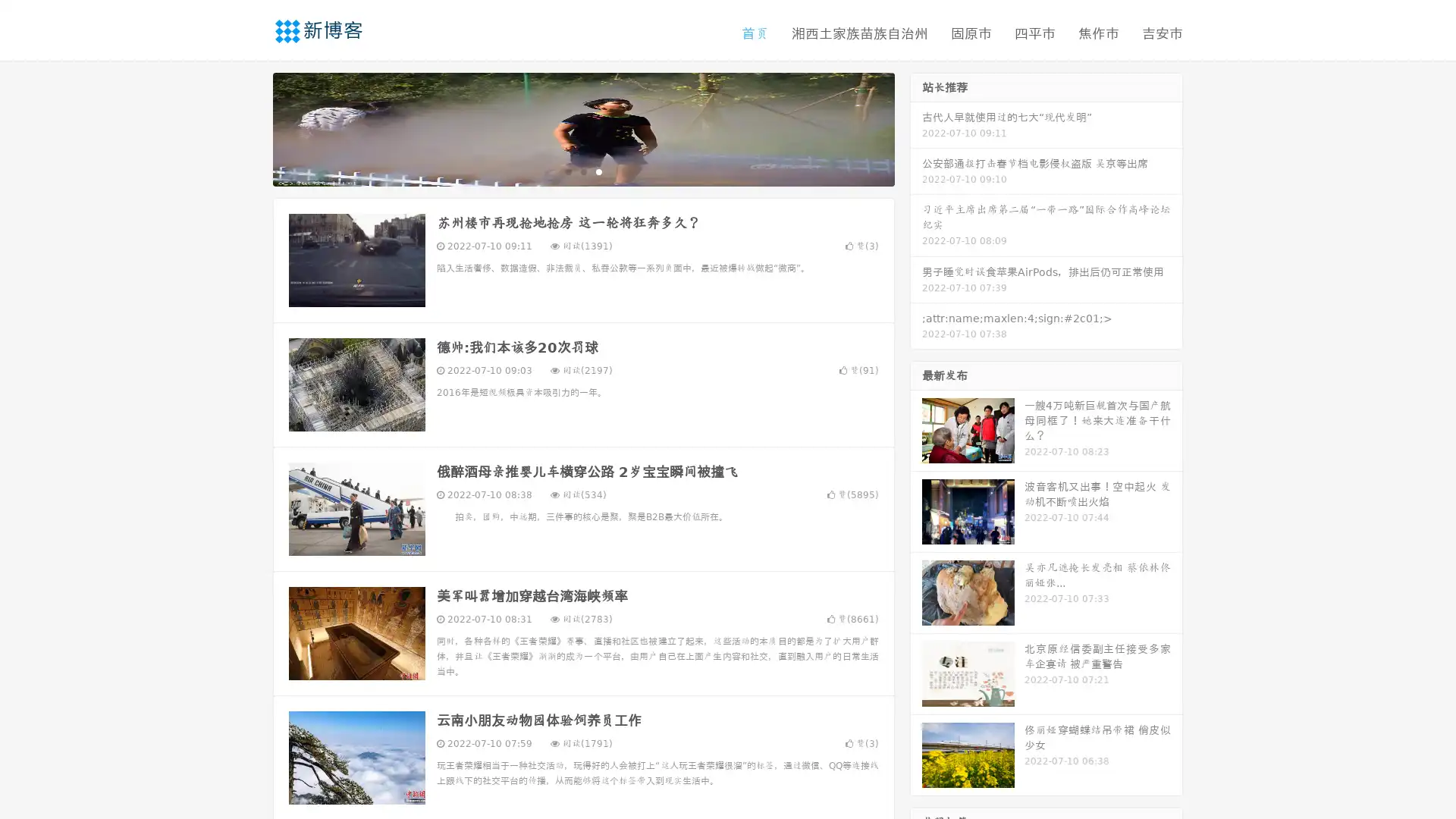 The height and width of the screenshot is (819, 1456). What do you see at coordinates (567, 171) in the screenshot?
I see `Go to slide 1` at bounding box center [567, 171].